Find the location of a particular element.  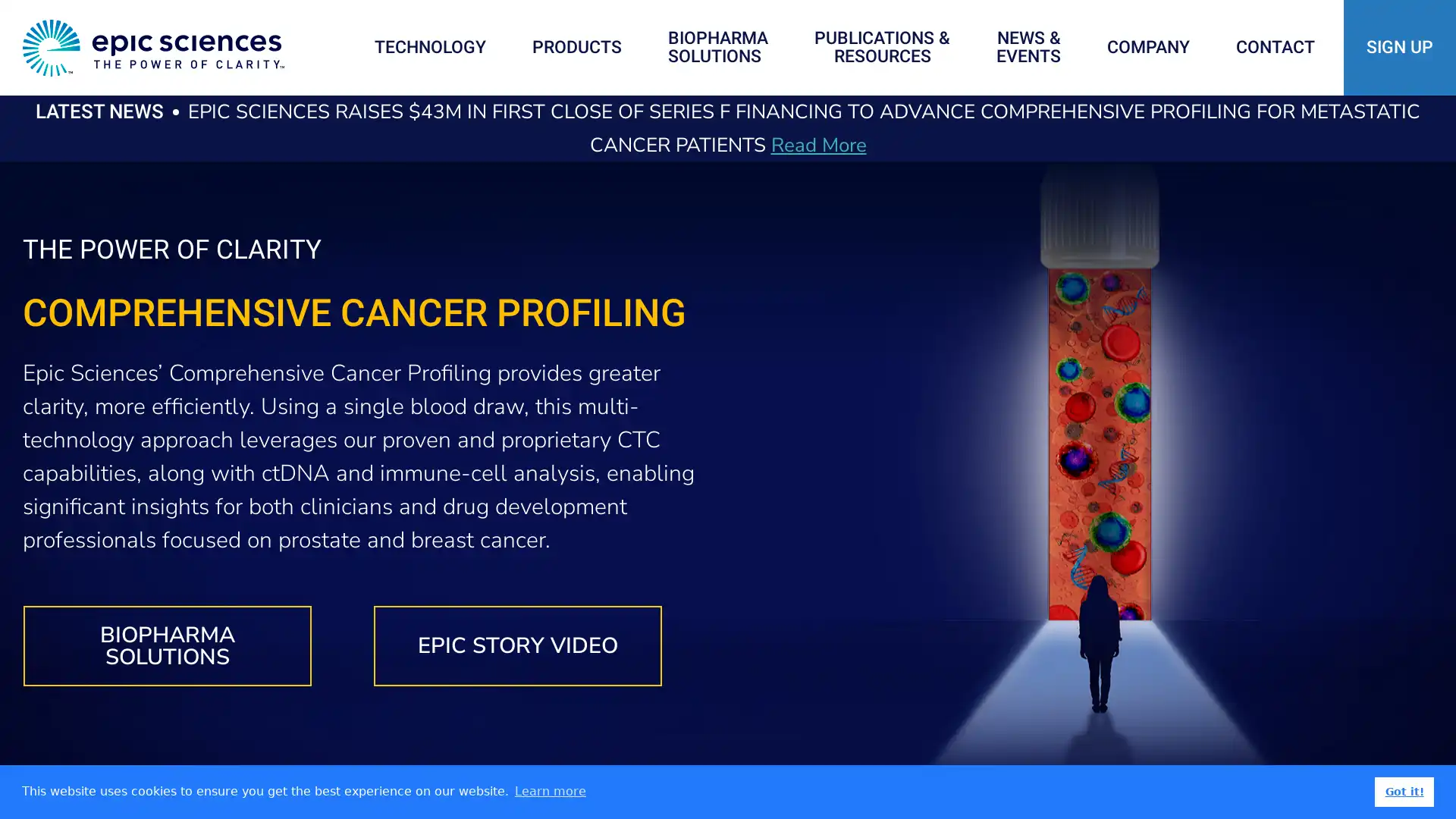

learn more about cookies is located at coordinates (549, 791).